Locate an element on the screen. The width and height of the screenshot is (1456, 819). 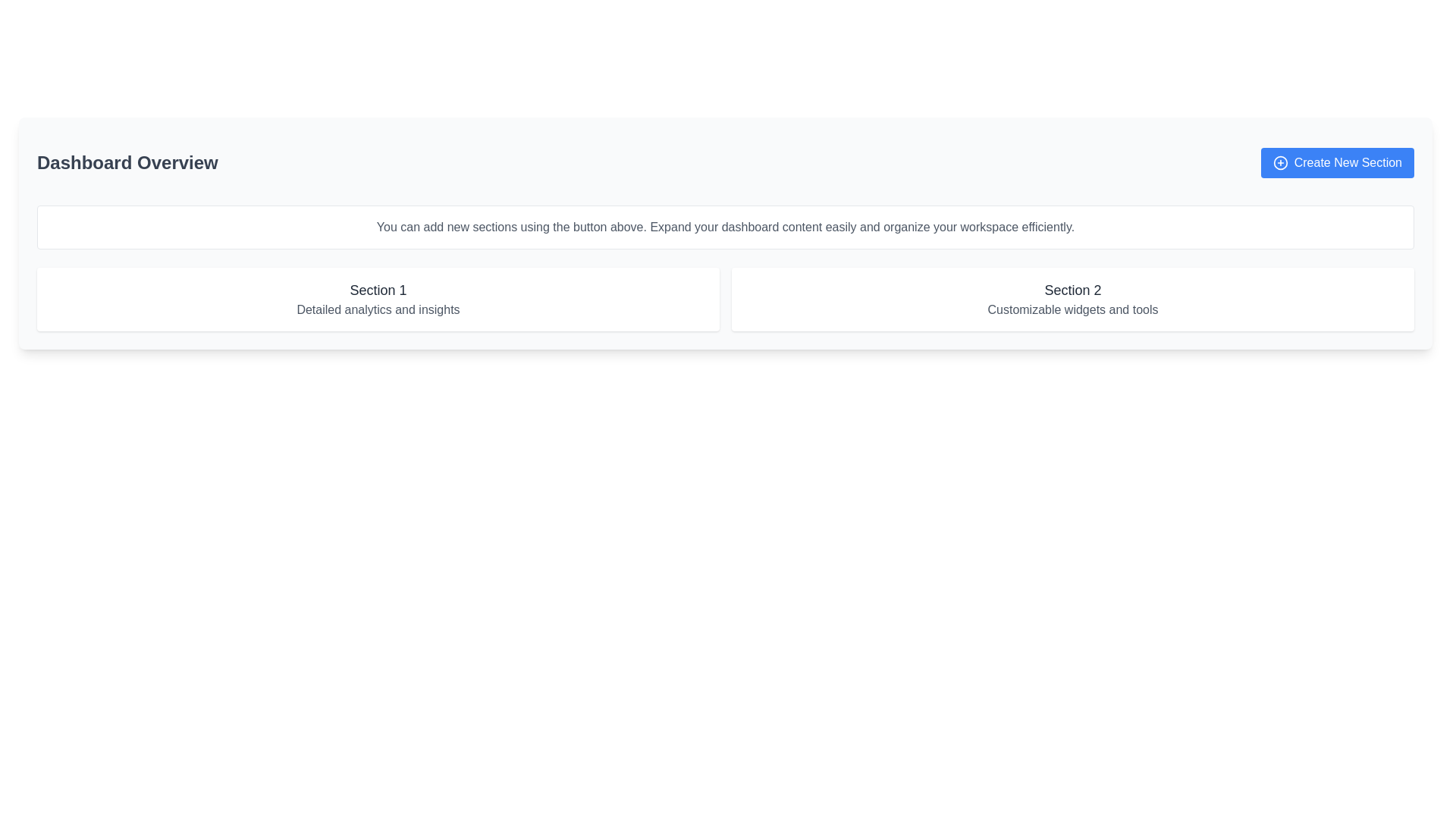
the icon located on the left side of the 'Create New Section' button is located at coordinates (1279, 163).